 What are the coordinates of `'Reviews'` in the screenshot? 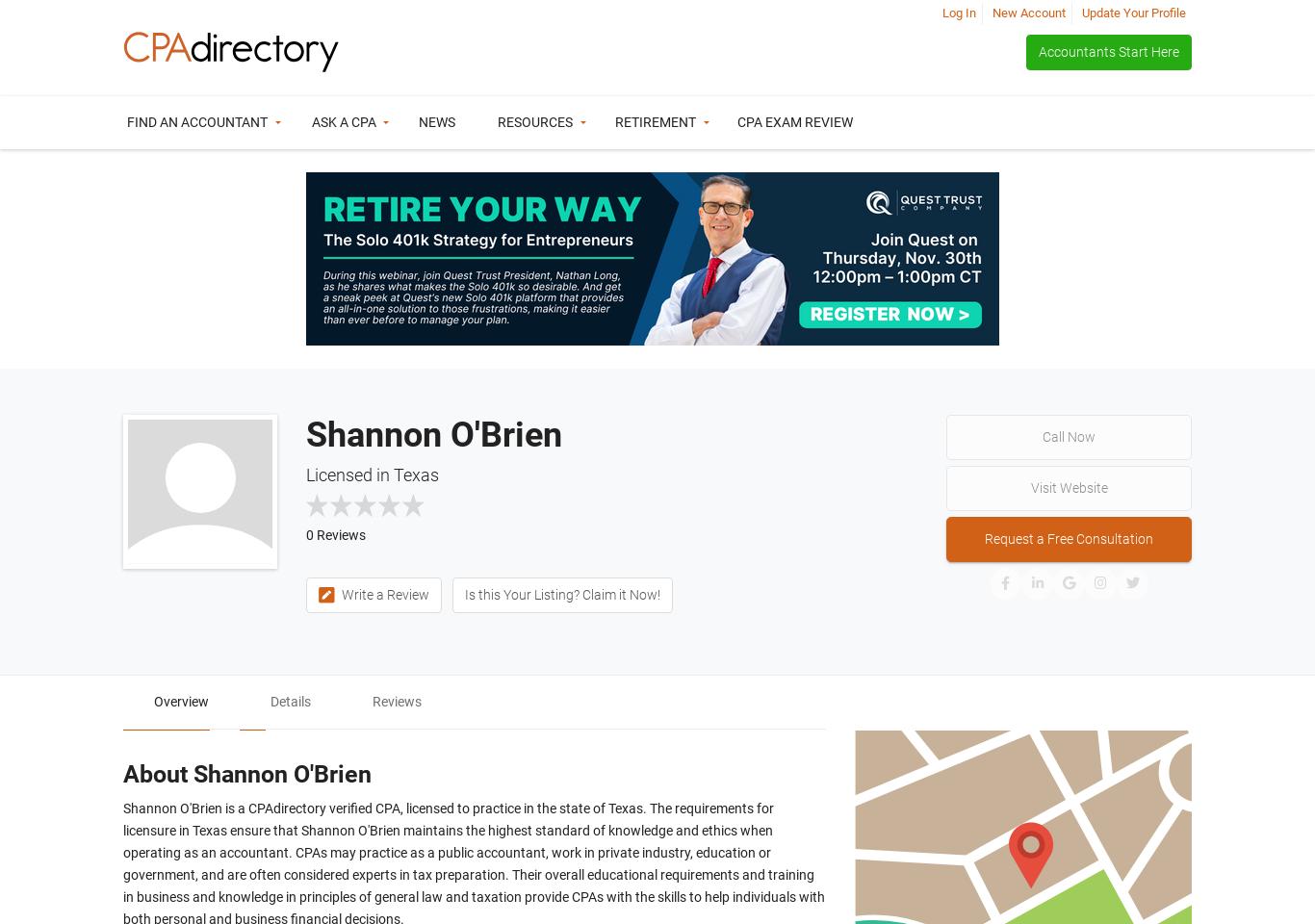 It's located at (396, 701).